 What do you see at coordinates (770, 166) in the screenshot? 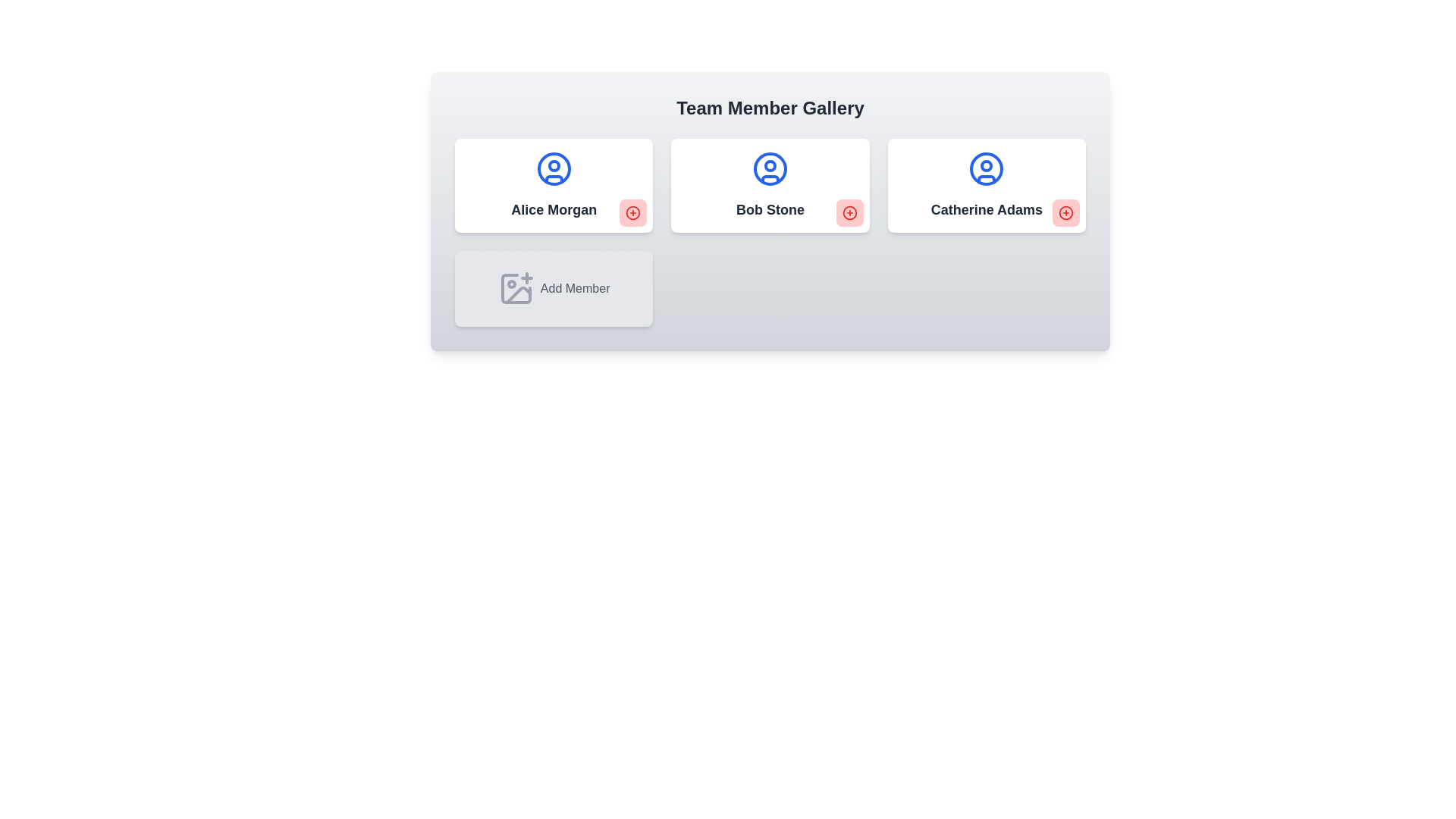
I see `the small circular profile icon representing Bob Stone in the Team Member Gallery` at bounding box center [770, 166].